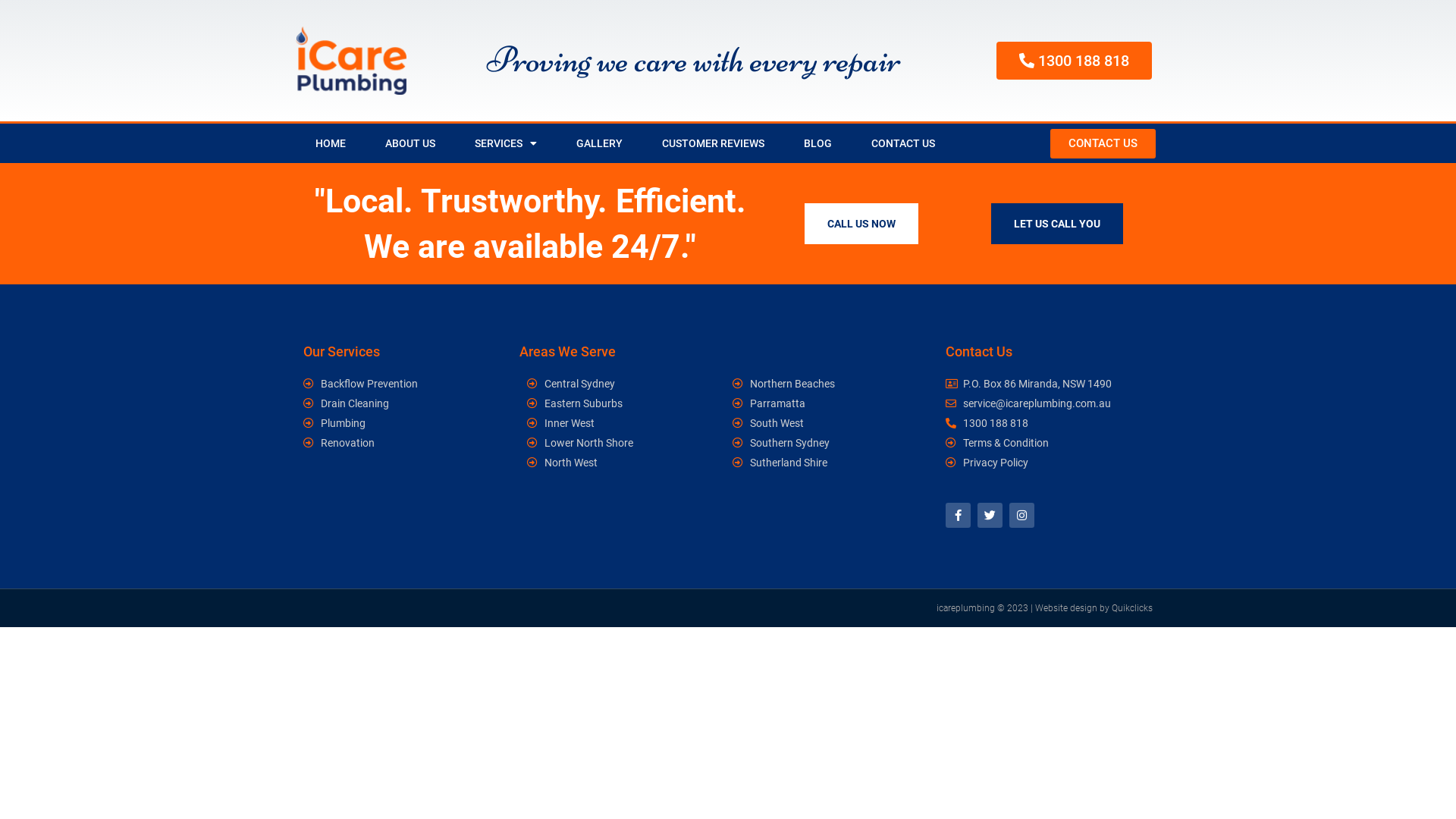  What do you see at coordinates (827, 403) in the screenshot?
I see `'Parramatta'` at bounding box center [827, 403].